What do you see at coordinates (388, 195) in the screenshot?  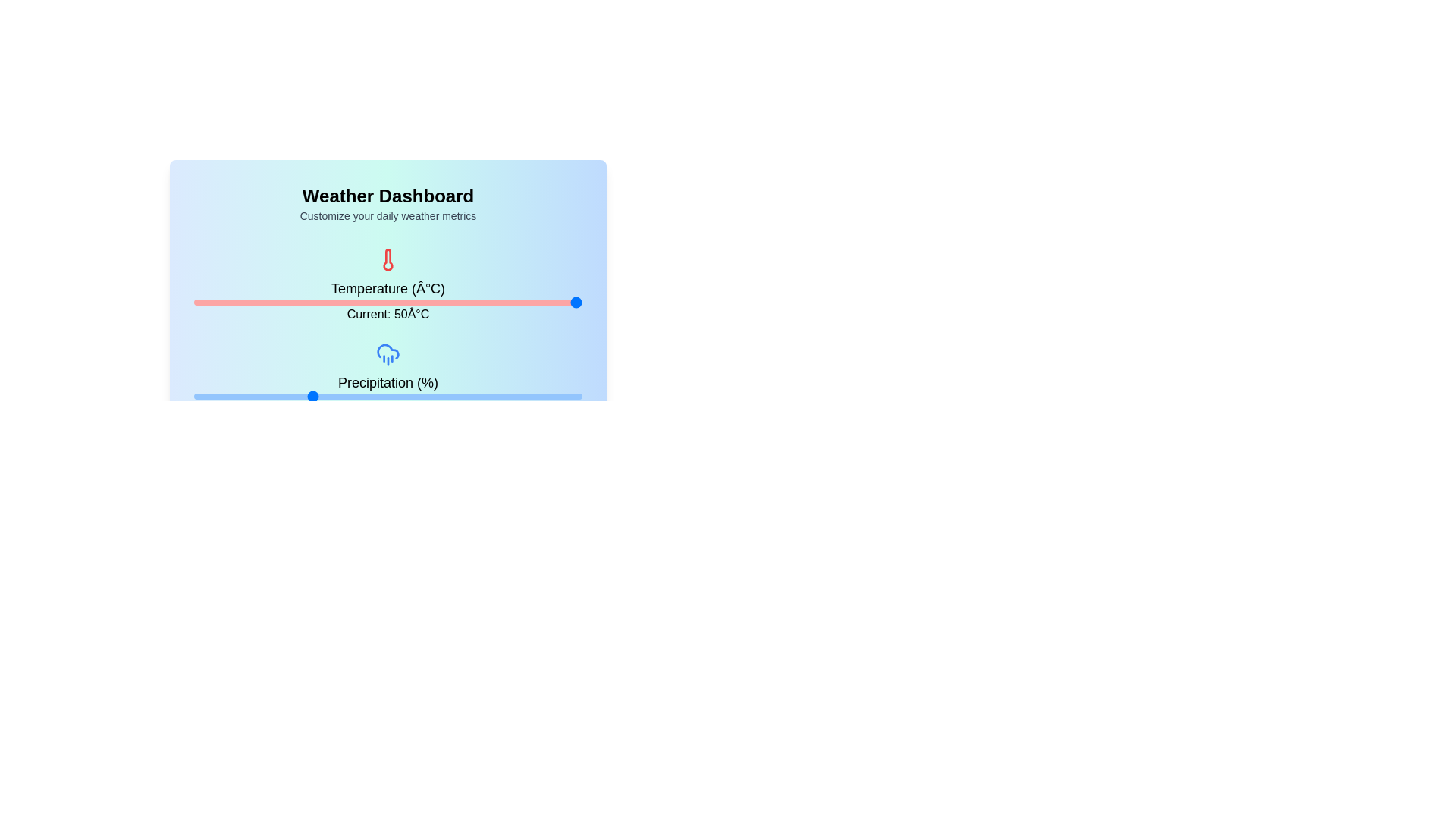 I see `the 'Weather Dashboard' header text element, which is large and bold` at bounding box center [388, 195].